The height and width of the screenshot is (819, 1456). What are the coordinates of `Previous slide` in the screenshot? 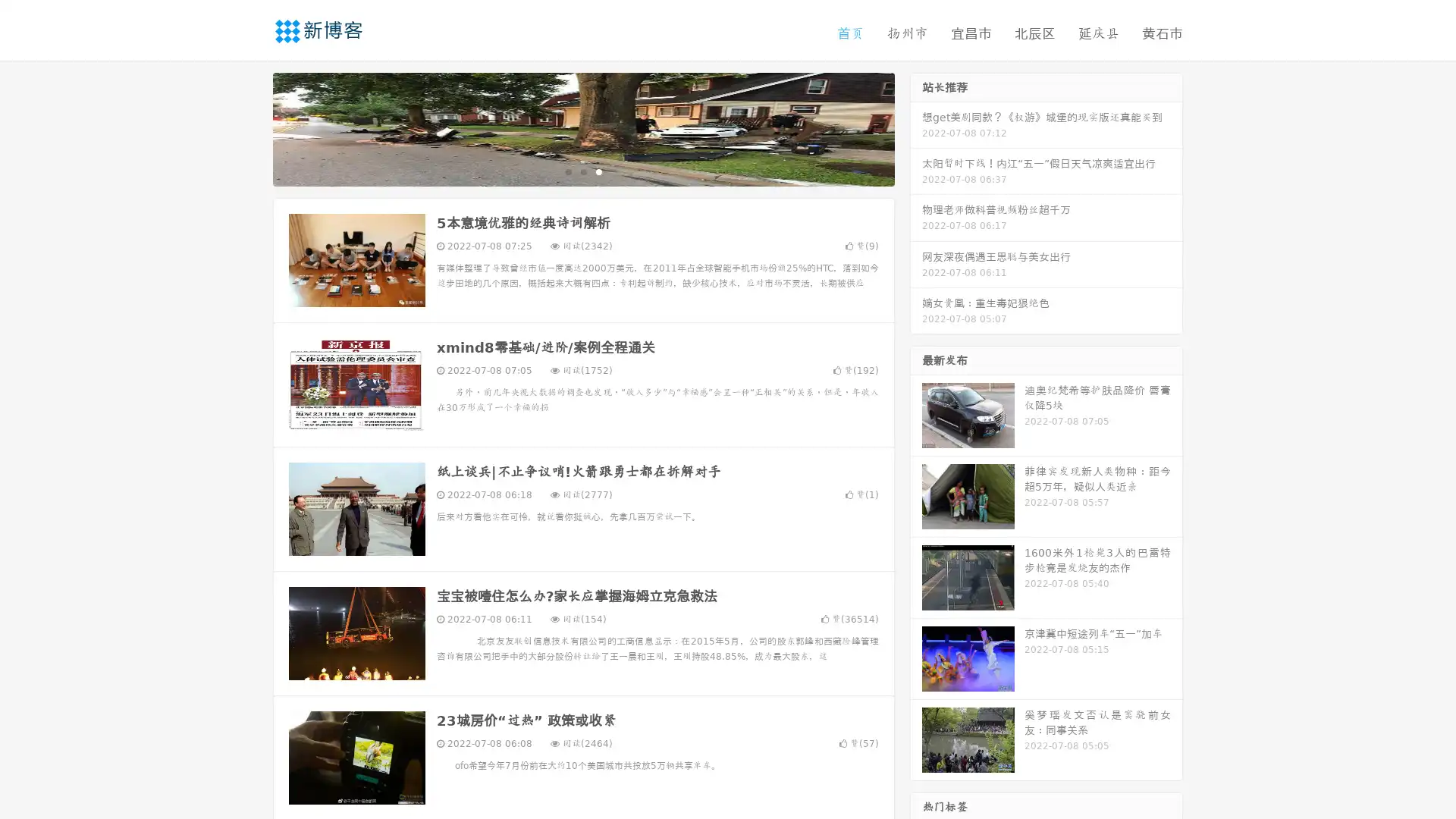 It's located at (250, 127).